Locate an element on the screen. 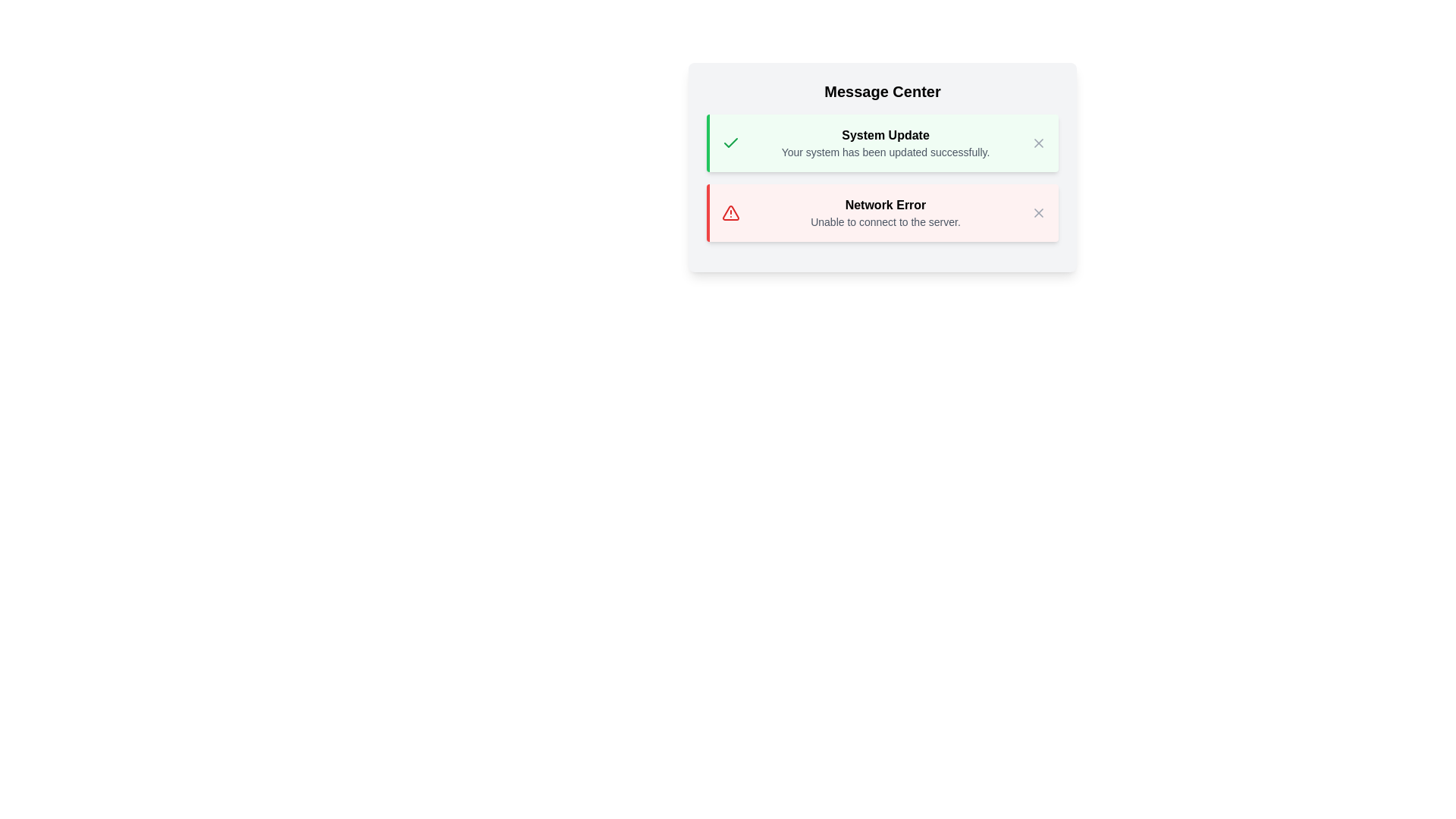 This screenshot has width=1456, height=819. the close icon located near the right side of the notification box containing the text 'System Update' is located at coordinates (1037, 143).